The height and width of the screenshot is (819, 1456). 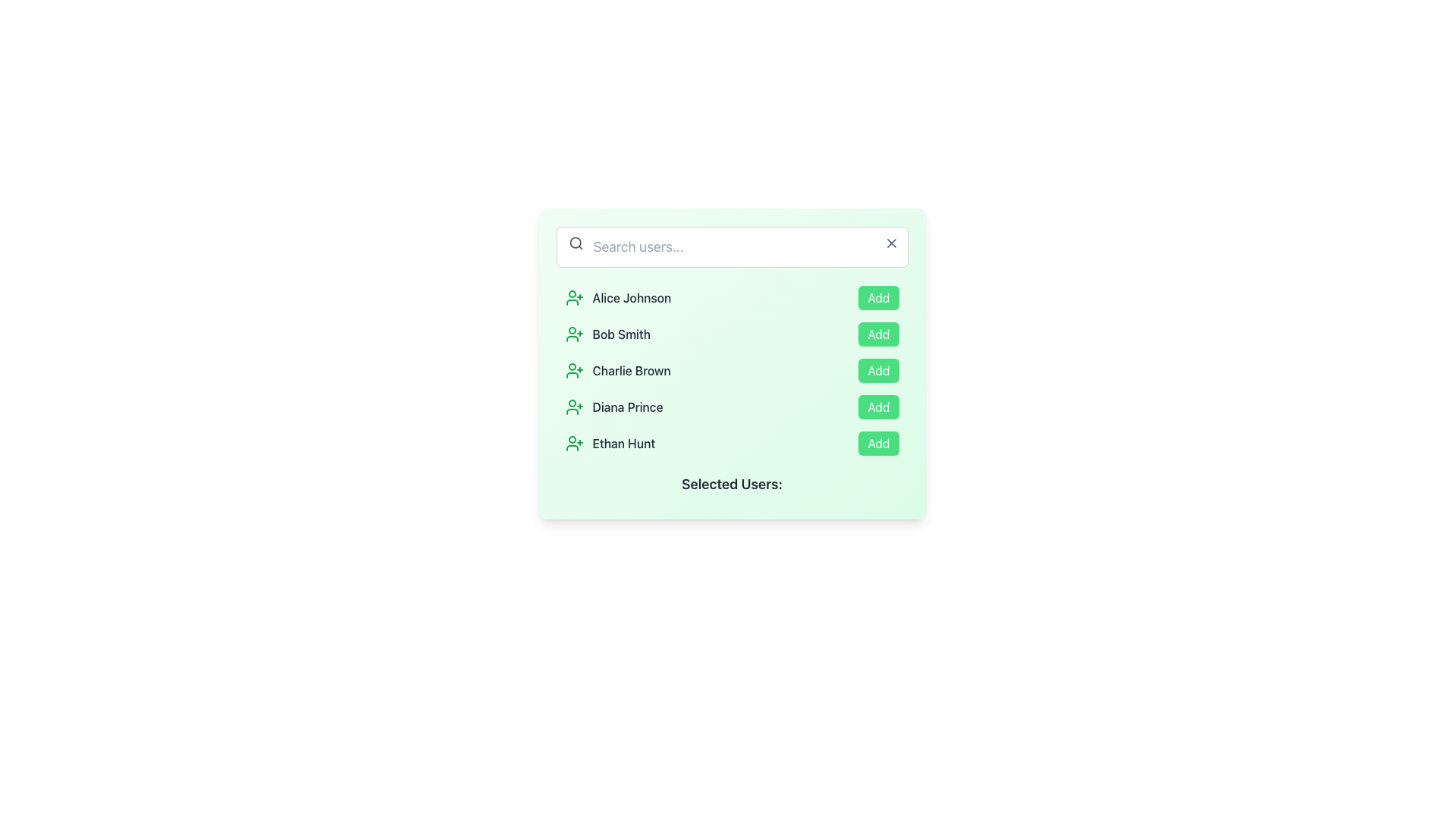 I want to click on the clear button in the top-right corner of the search input field to potentially display a tooltip, so click(x=891, y=242).